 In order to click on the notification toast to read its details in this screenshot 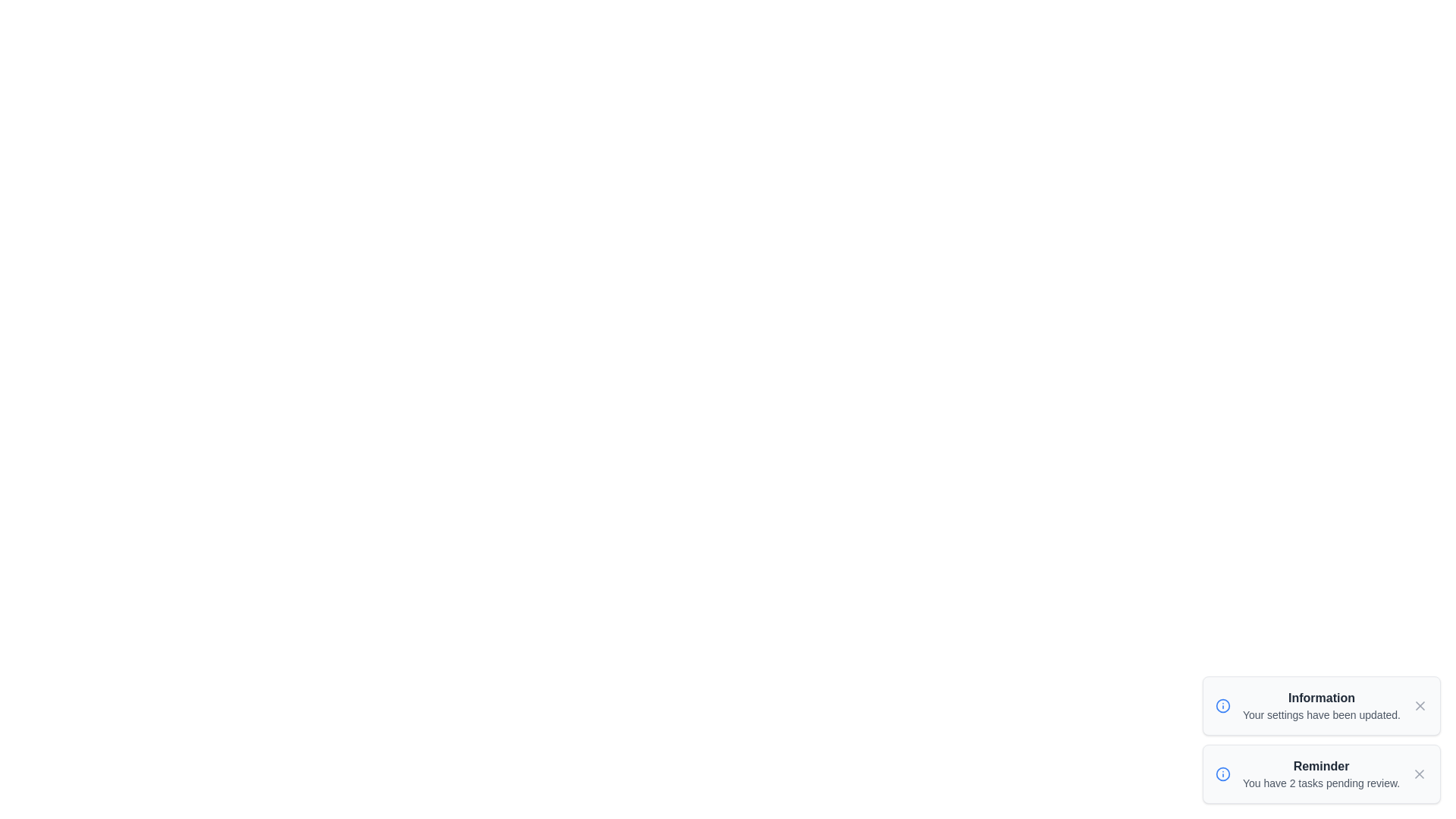, I will do `click(1320, 705)`.